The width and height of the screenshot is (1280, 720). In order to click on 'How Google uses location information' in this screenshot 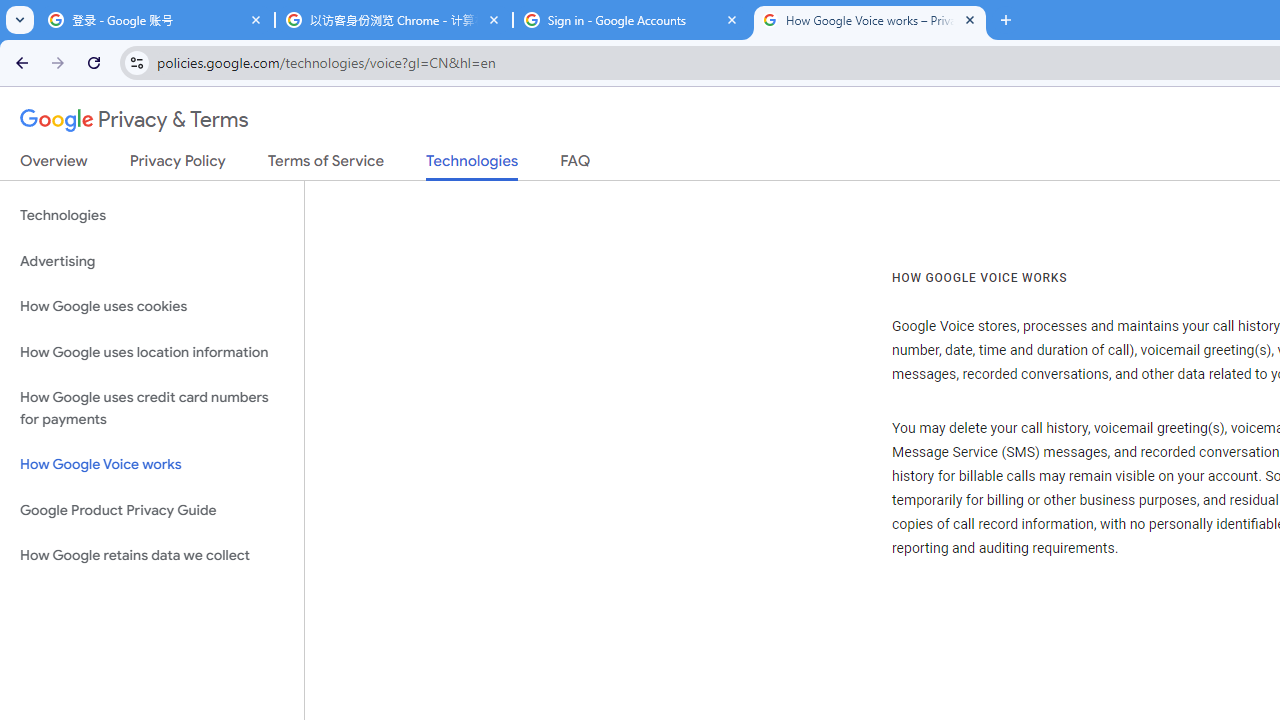, I will do `click(151, 351)`.